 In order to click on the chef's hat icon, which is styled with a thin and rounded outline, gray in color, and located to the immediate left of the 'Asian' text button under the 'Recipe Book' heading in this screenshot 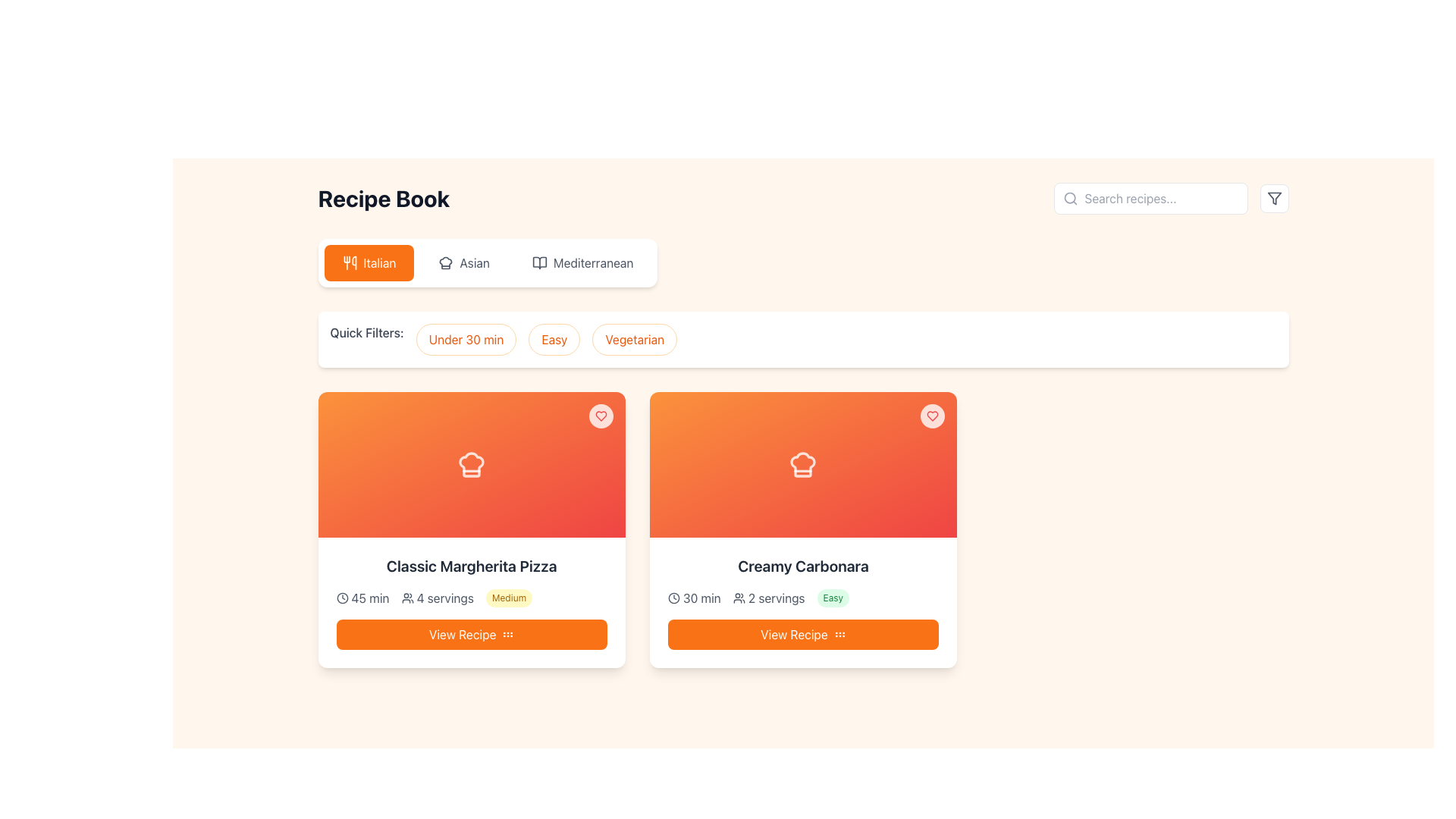, I will do `click(445, 262)`.